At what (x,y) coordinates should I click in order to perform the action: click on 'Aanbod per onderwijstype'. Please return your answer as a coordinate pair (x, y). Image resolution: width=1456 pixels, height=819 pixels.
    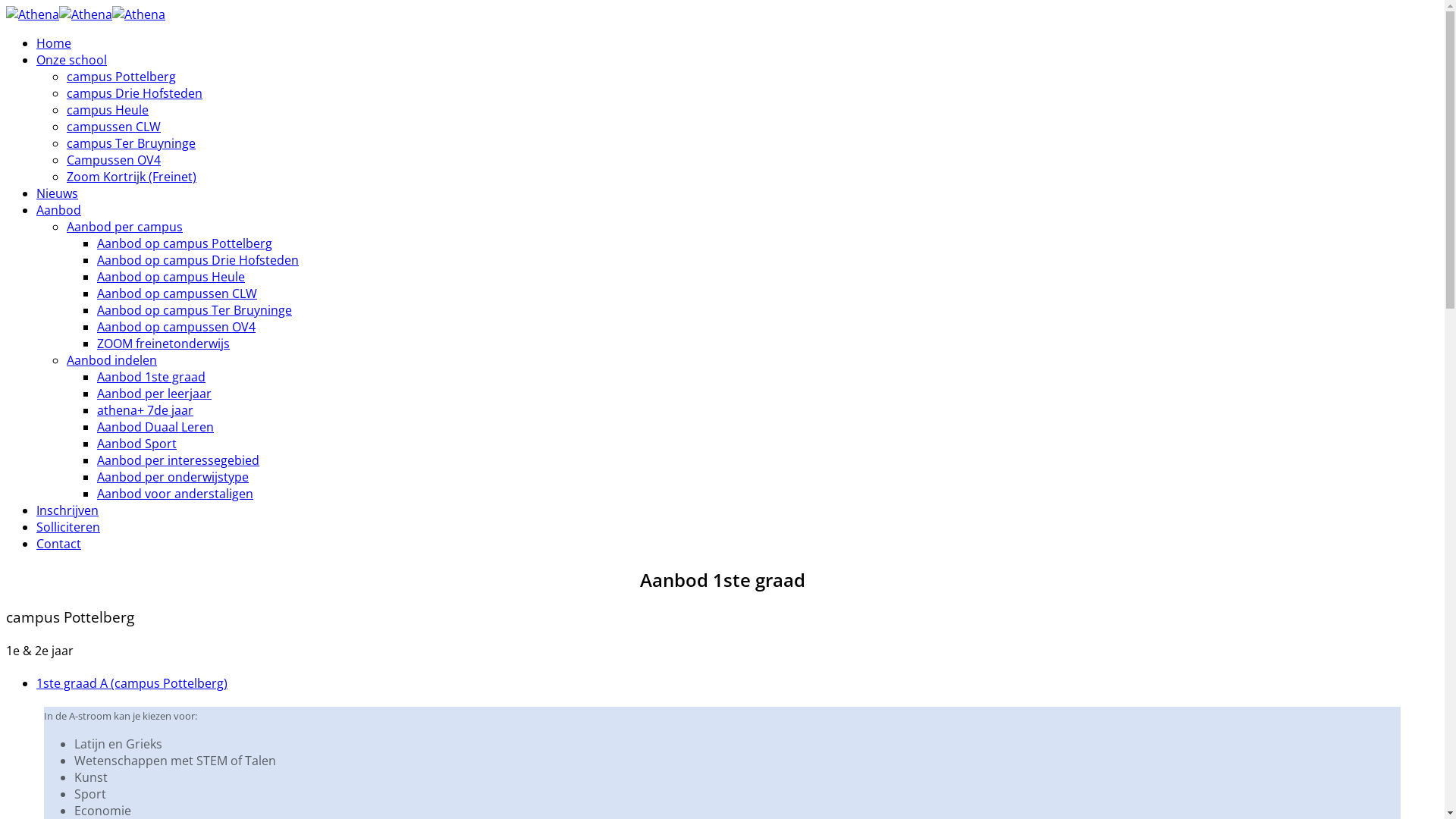
    Looking at the image, I should click on (172, 475).